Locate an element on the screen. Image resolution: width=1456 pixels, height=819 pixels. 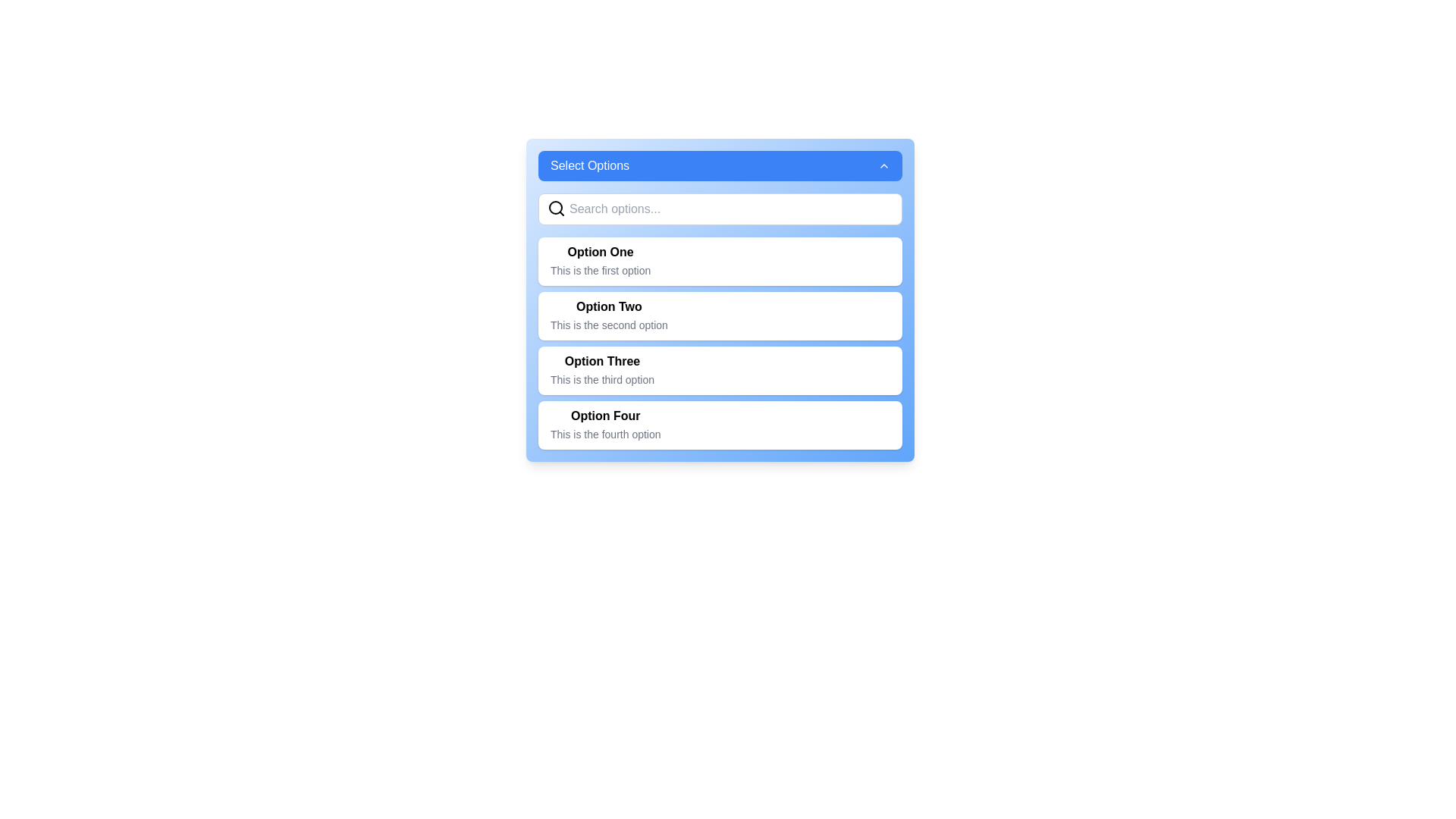
the grey-colored text label that reads 'This is the second option', located beneath the heading 'Option Two' is located at coordinates (609, 324).